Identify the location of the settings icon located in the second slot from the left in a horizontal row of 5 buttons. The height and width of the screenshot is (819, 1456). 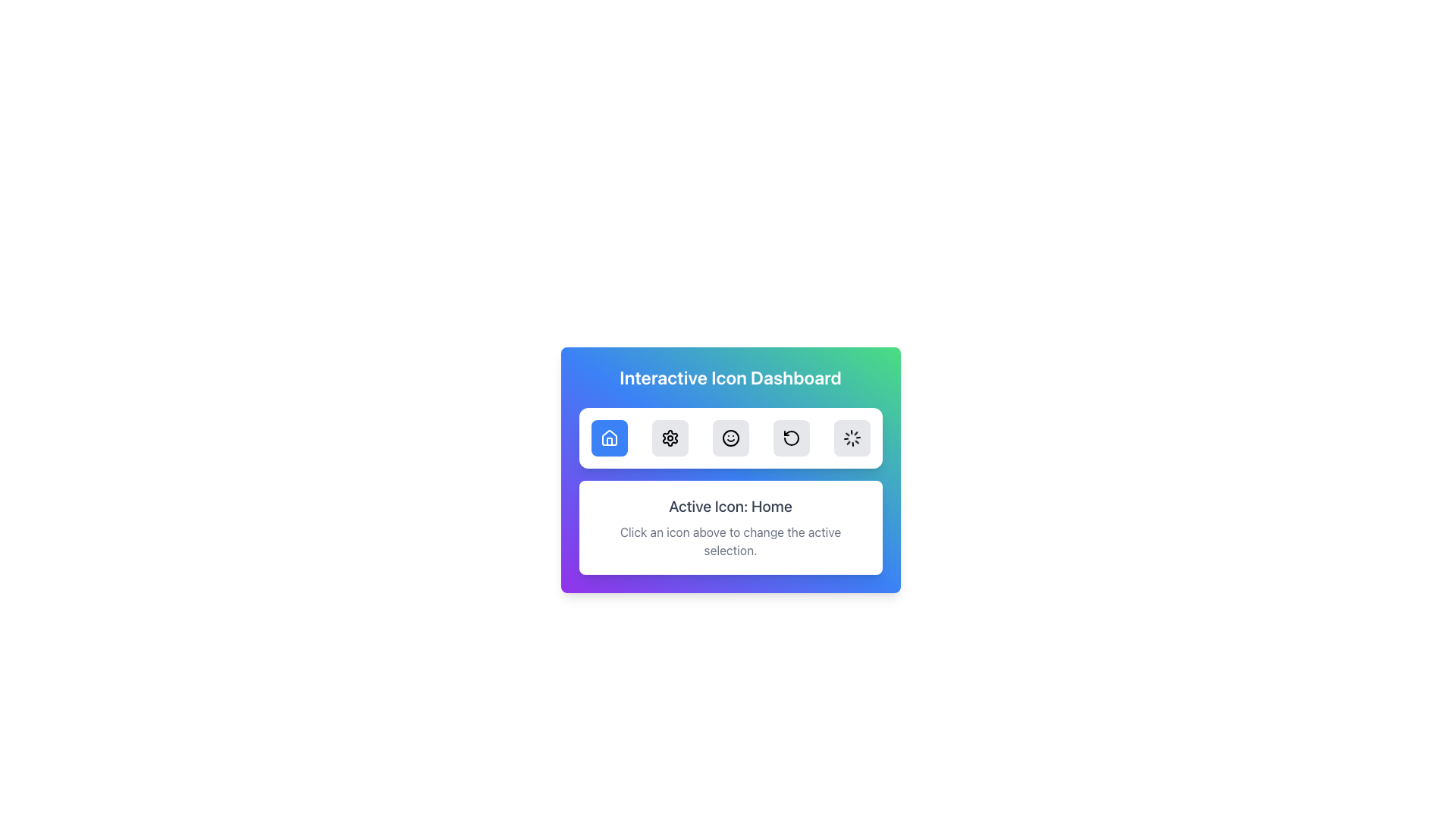
(669, 438).